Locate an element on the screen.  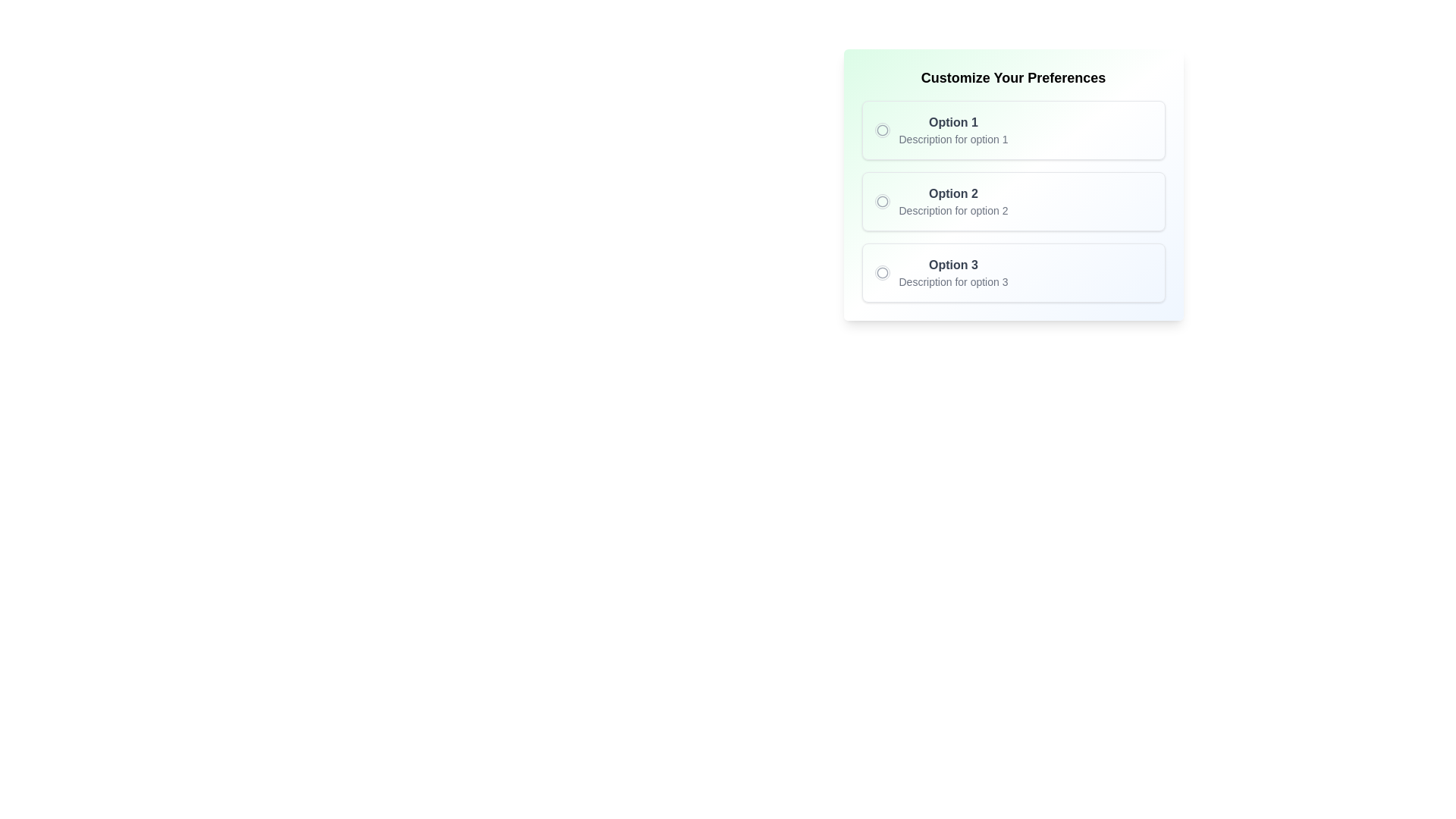
the text area containing the title and description for the first selectable option in the preference selection interface is located at coordinates (952, 130).